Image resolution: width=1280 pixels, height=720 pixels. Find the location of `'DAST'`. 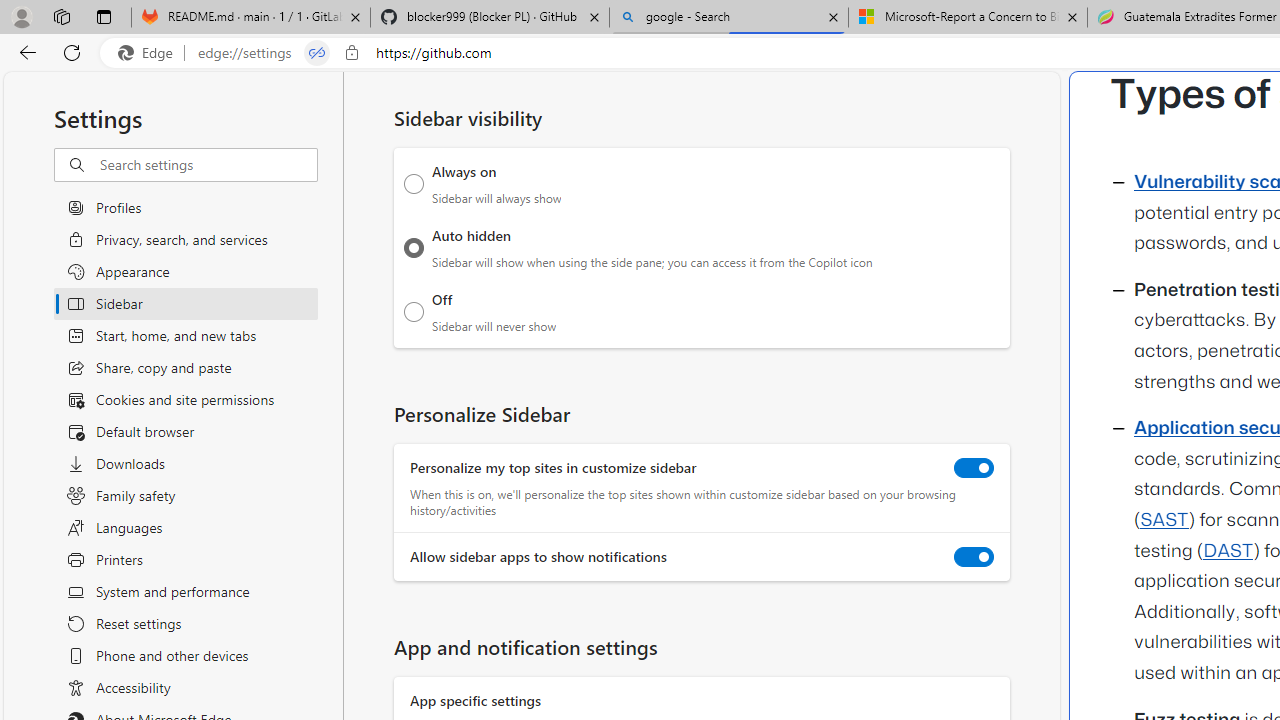

'DAST' is located at coordinates (1227, 551).